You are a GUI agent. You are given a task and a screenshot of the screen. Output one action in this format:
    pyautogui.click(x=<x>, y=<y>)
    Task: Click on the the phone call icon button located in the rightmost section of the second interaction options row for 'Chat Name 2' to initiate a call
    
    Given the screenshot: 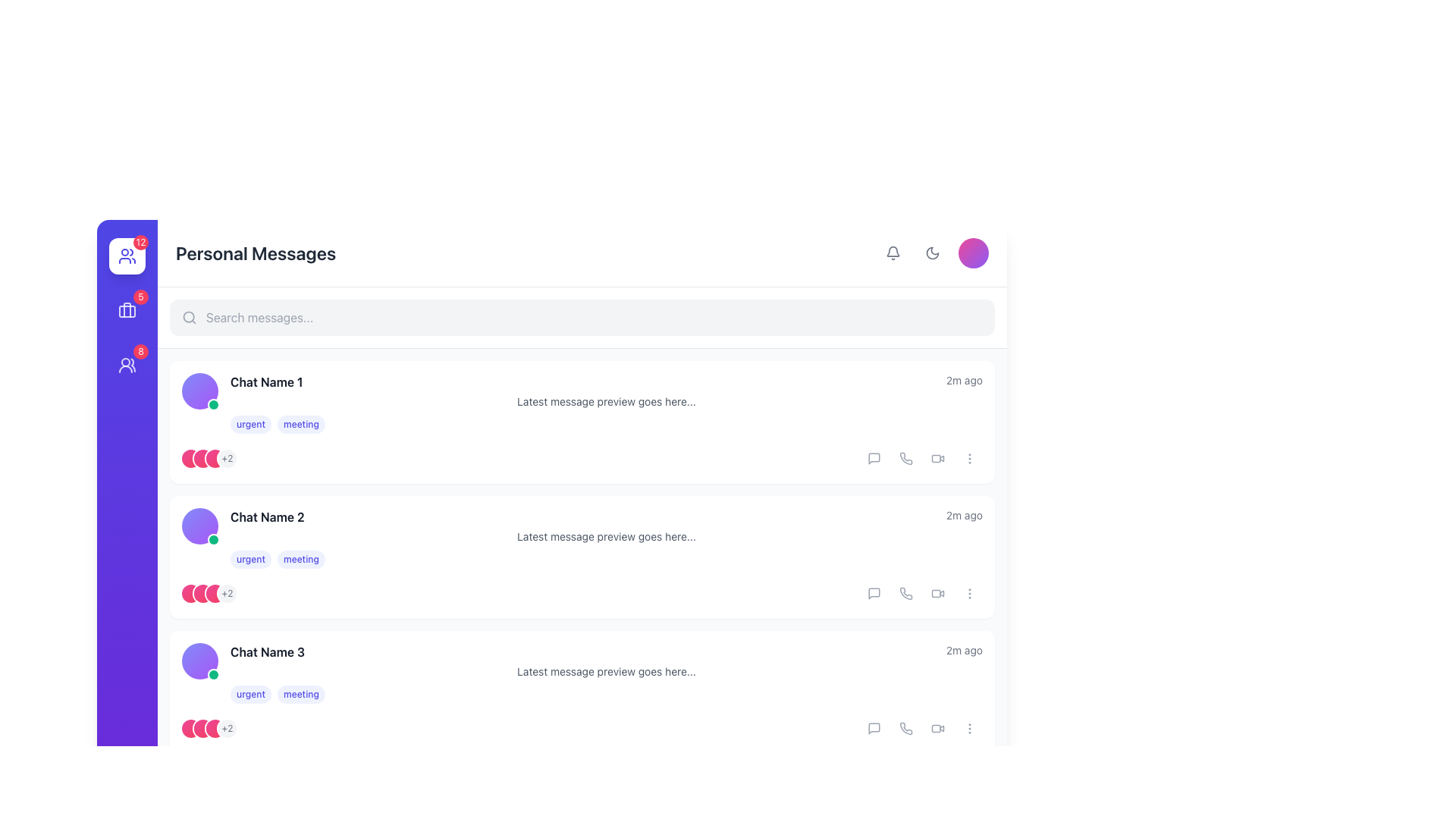 What is the action you would take?
    pyautogui.click(x=906, y=593)
    